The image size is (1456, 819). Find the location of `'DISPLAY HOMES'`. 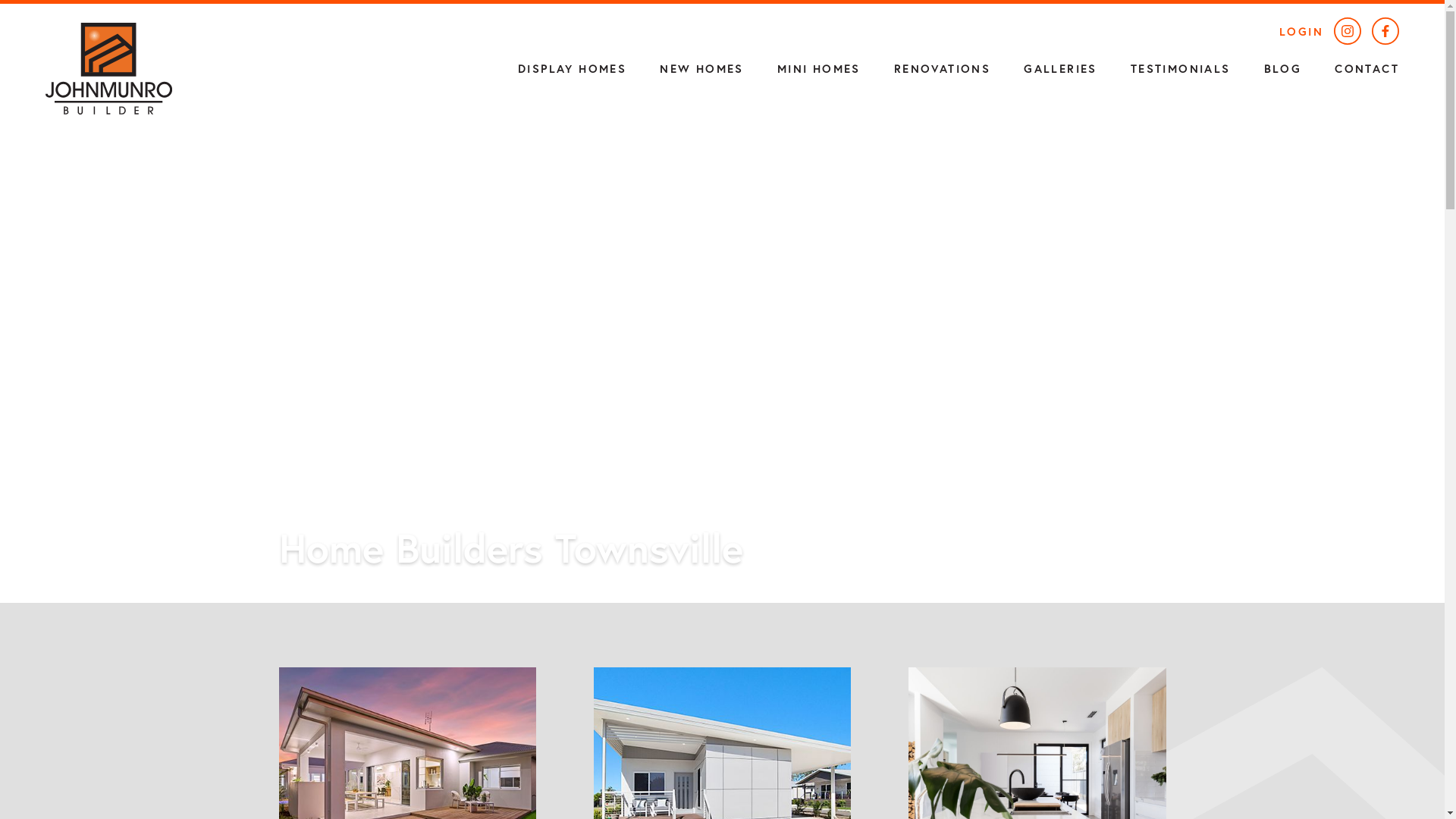

'DISPLAY HOMES' is located at coordinates (571, 67).